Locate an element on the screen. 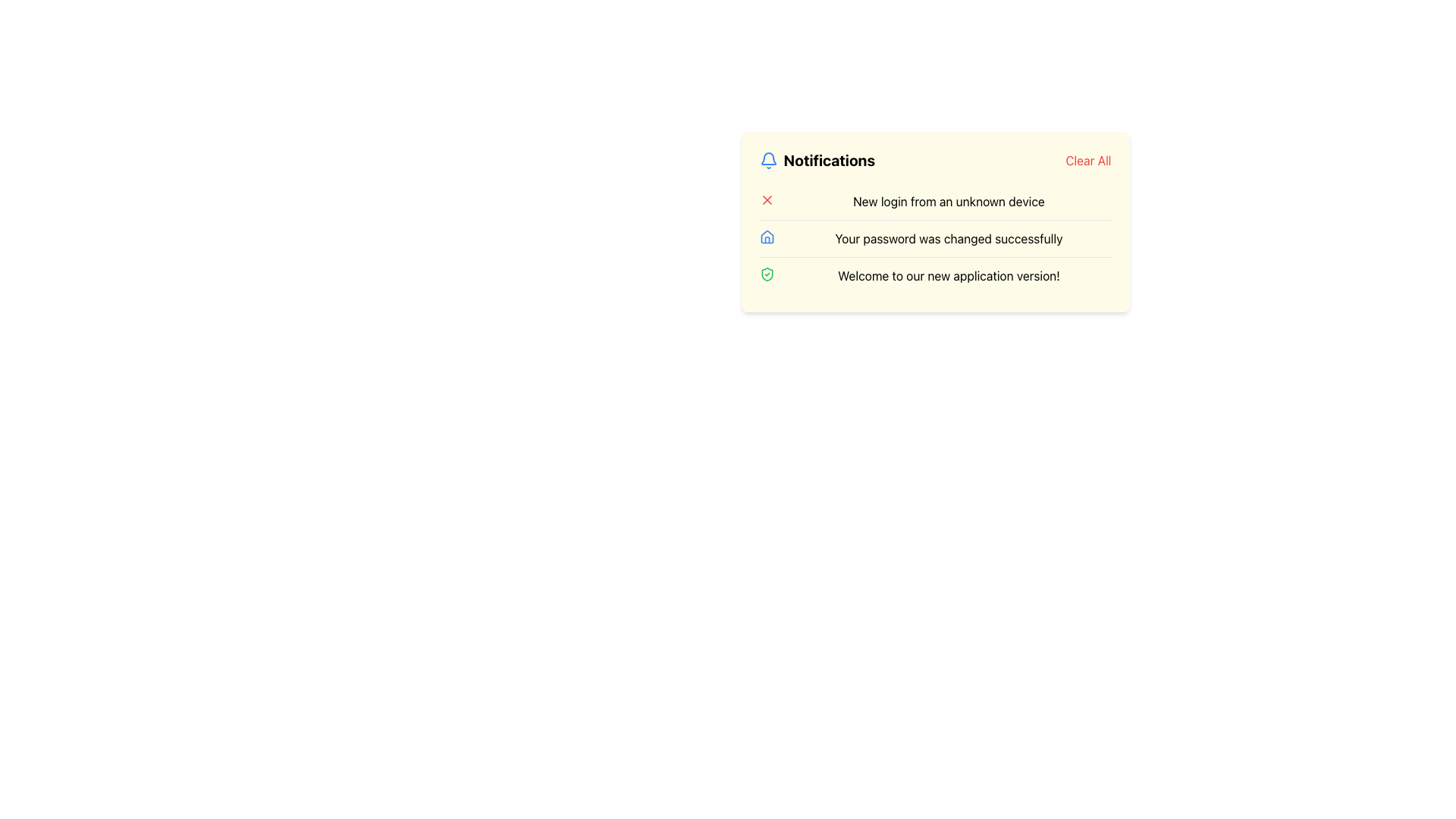 The height and width of the screenshot is (819, 1456). the green outlined shield icon with a checkmark that indicates a positive state, located next to the password change notification message is located at coordinates (767, 275).